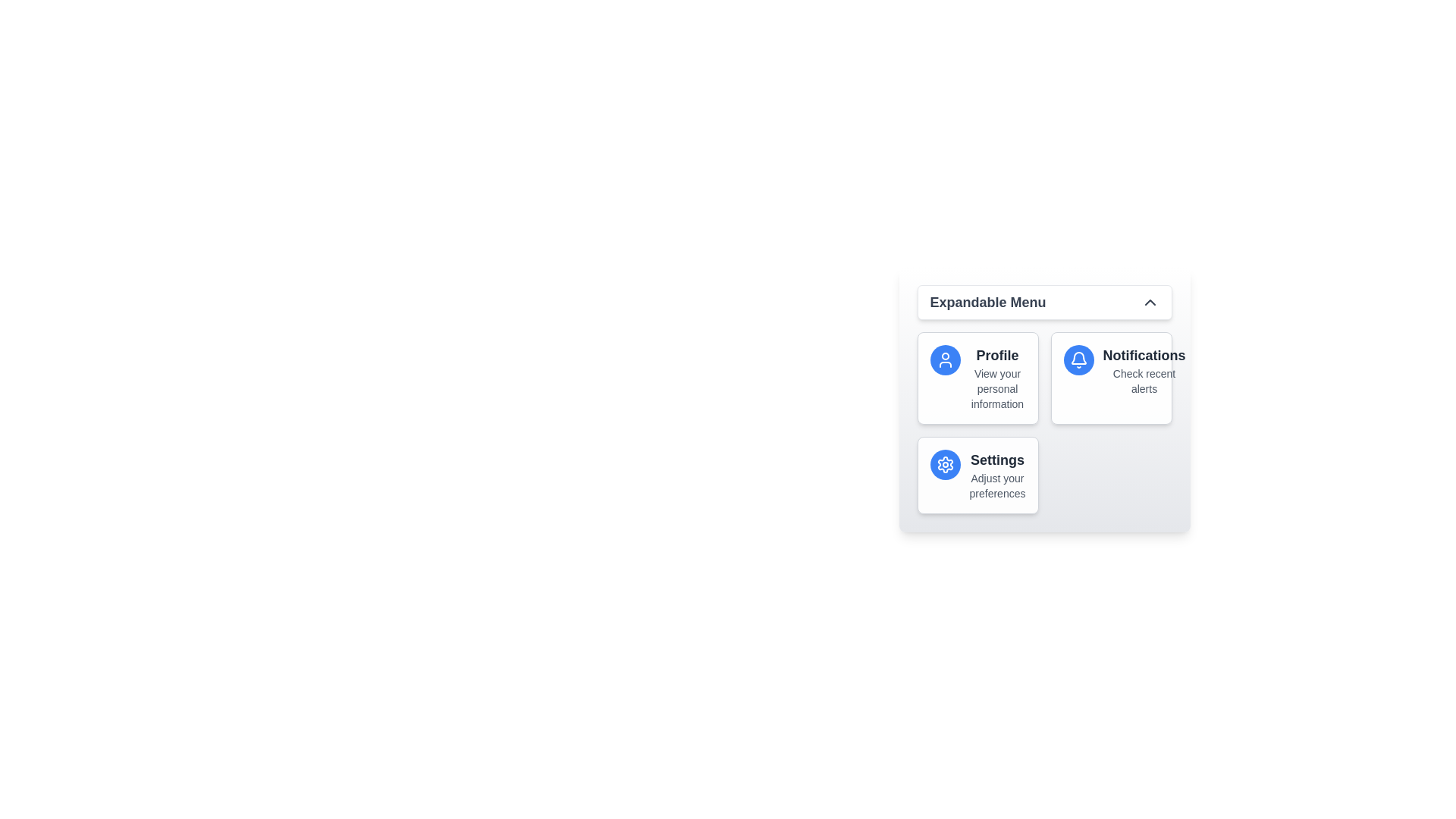 The height and width of the screenshot is (819, 1456). What do you see at coordinates (1111, 377) in the screenshot?
I see `the menu item labeled Notifications` at bounding box center [1111, 377].